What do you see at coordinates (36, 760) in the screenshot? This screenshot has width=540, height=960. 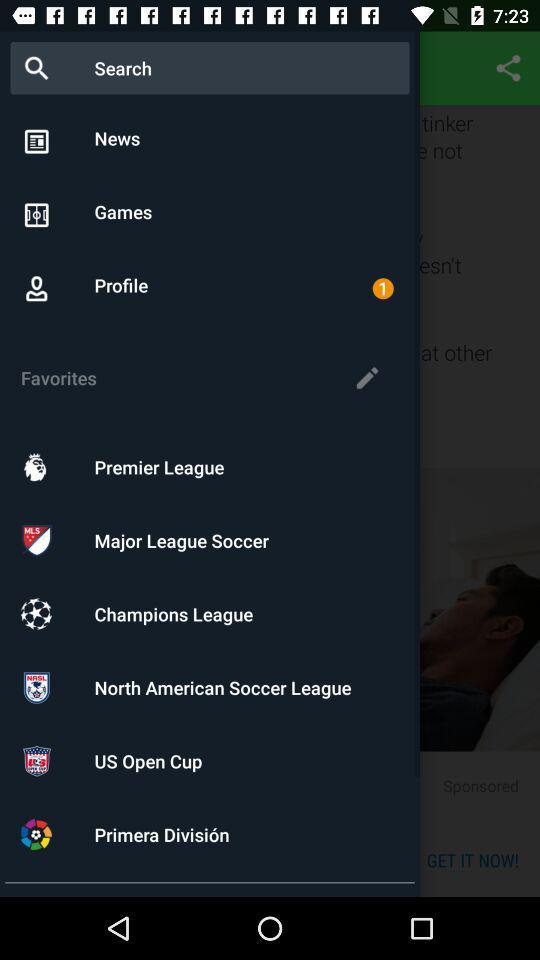 I see `the label left to us open cup` at bounding box center [36, 760].